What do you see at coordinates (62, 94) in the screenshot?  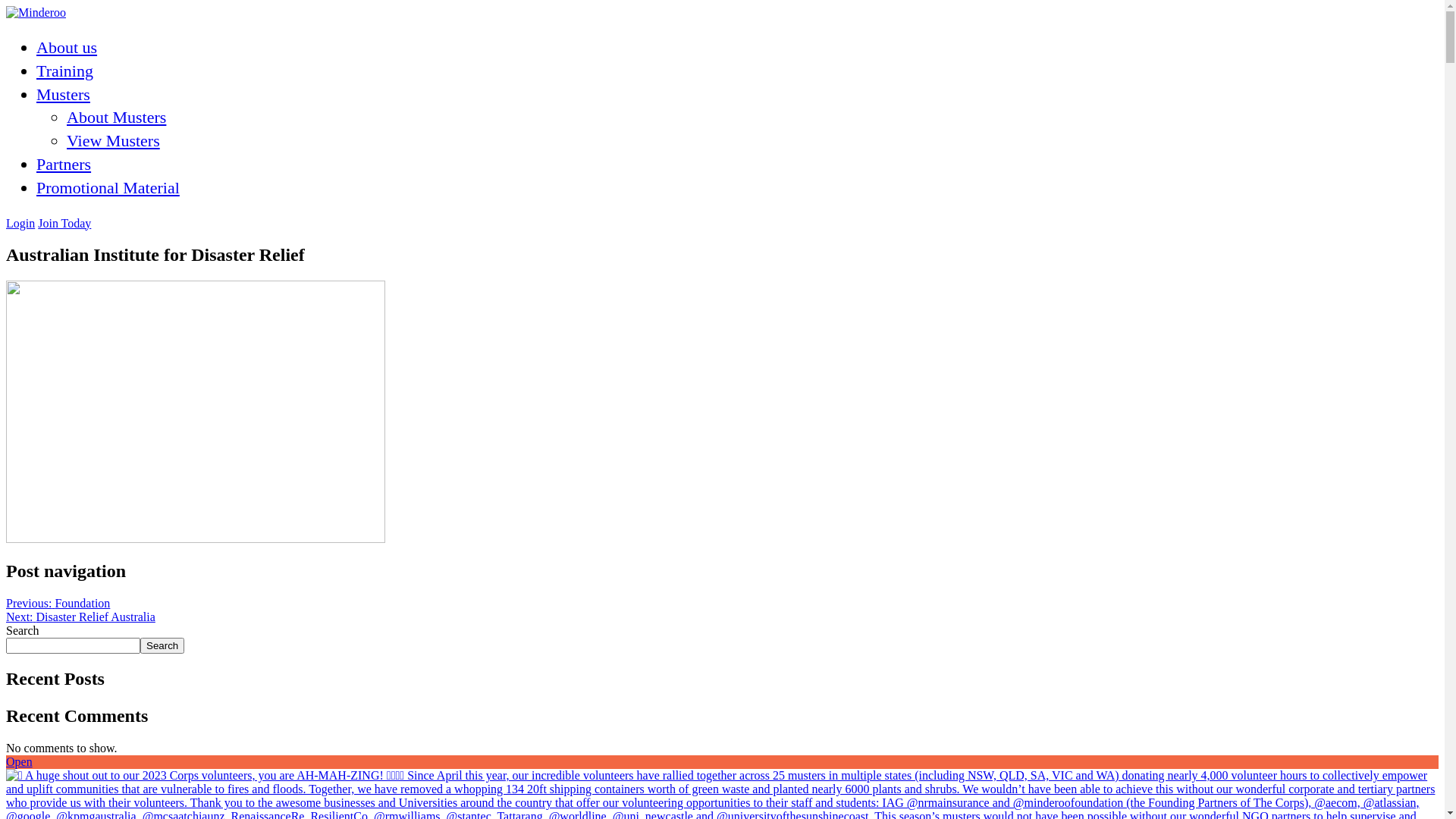 I see `'Musters'` at bounding box center [62, 94].